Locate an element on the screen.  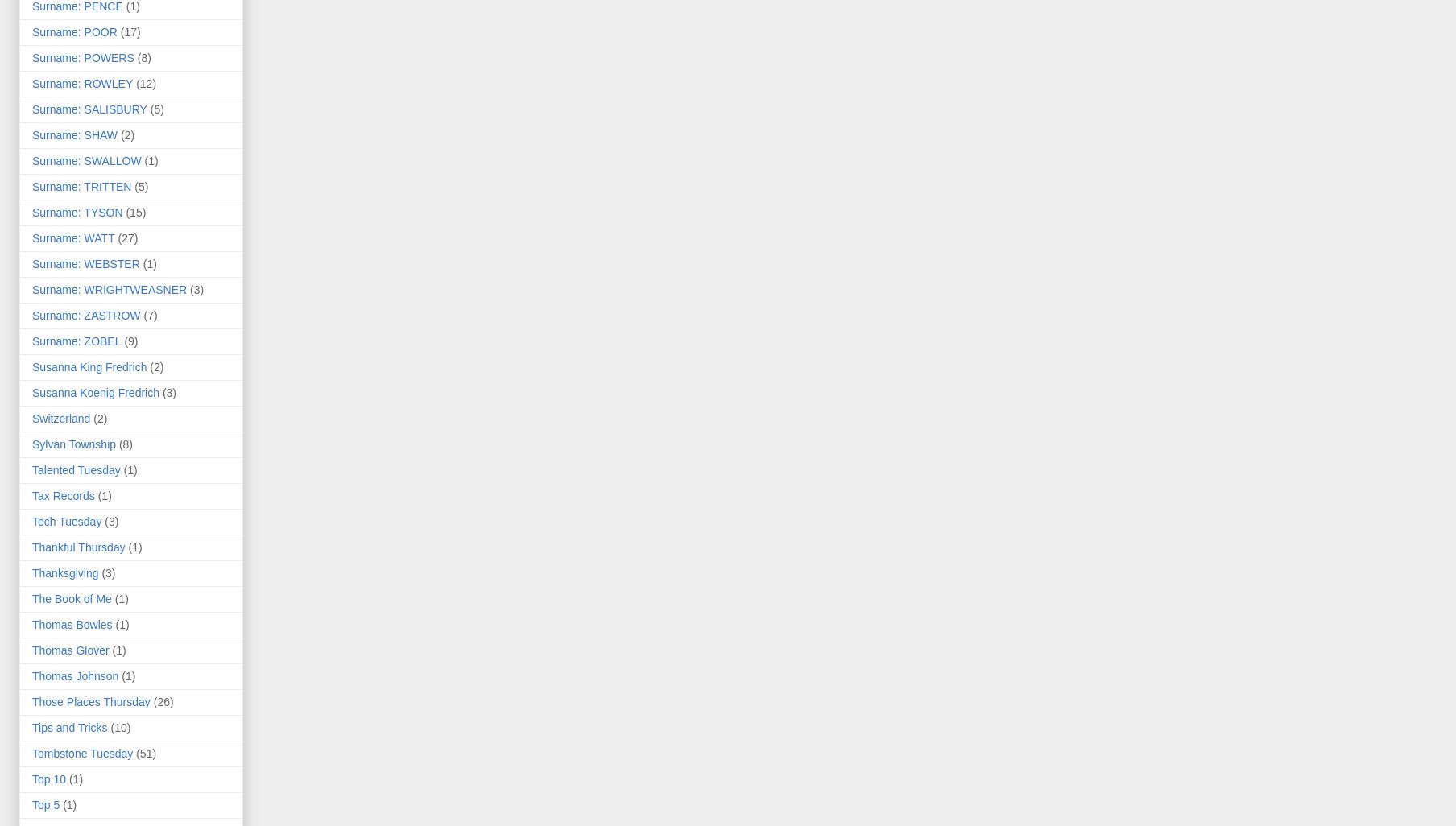
'Switzerland' is located at coordinates (60, 418).